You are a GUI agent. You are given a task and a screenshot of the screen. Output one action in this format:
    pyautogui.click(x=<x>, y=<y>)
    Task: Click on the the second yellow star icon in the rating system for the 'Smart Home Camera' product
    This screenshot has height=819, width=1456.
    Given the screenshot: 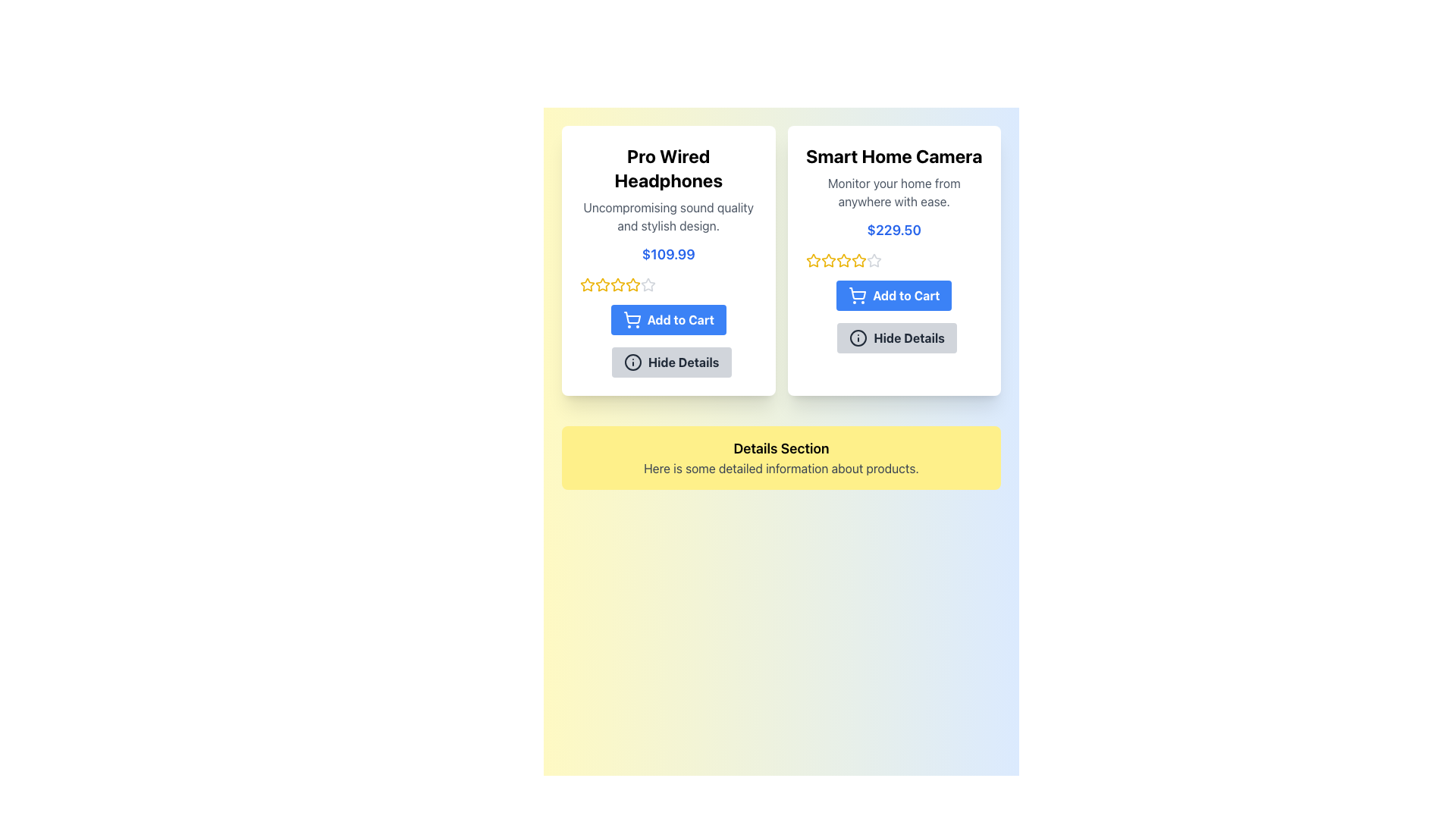 What is the action you would take?
    pyautogui.click(x=827, y=259)
    